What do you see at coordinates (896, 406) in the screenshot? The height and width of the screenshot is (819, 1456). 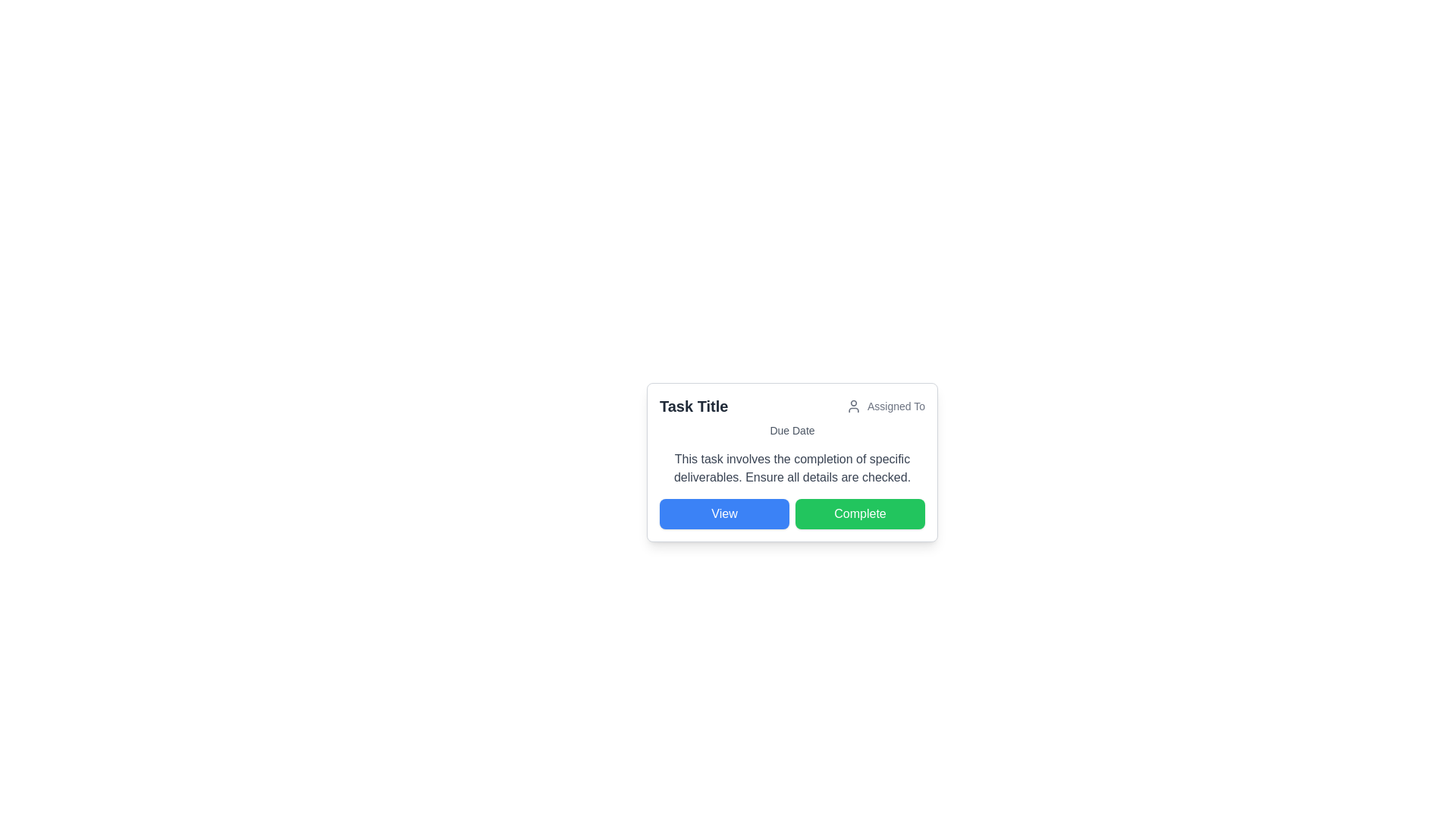 I see `the 'Assigned To' text label, which is styled in small gray font and located in the upper-right section of the task information card, next to a user icon` at bounding box center [896, 406].